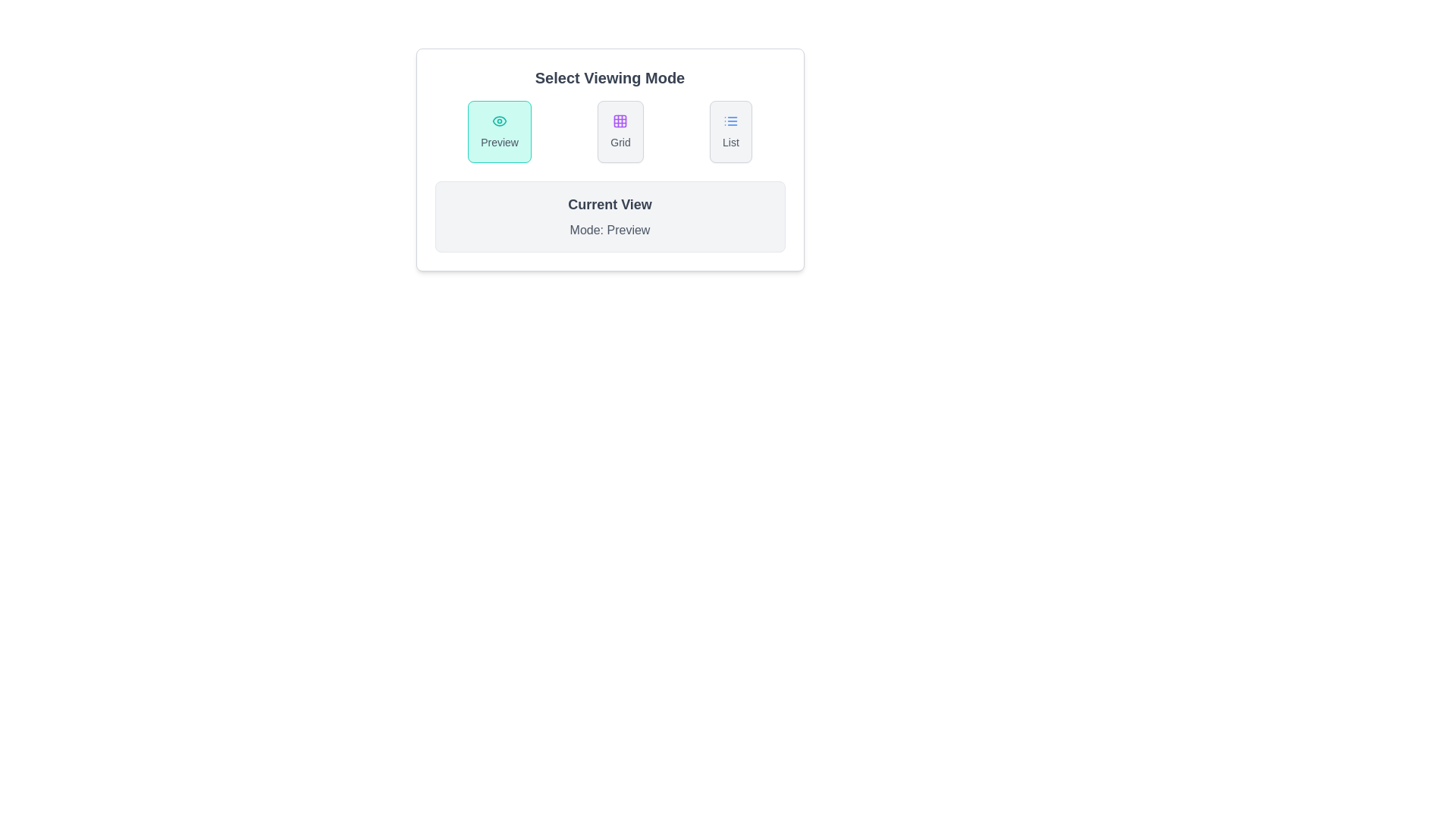 This screenshot has height=819, width=1456. I want to click on the teal hollow eye icon located at the center of the 'Preview' mode selection button, so click(500, 120).